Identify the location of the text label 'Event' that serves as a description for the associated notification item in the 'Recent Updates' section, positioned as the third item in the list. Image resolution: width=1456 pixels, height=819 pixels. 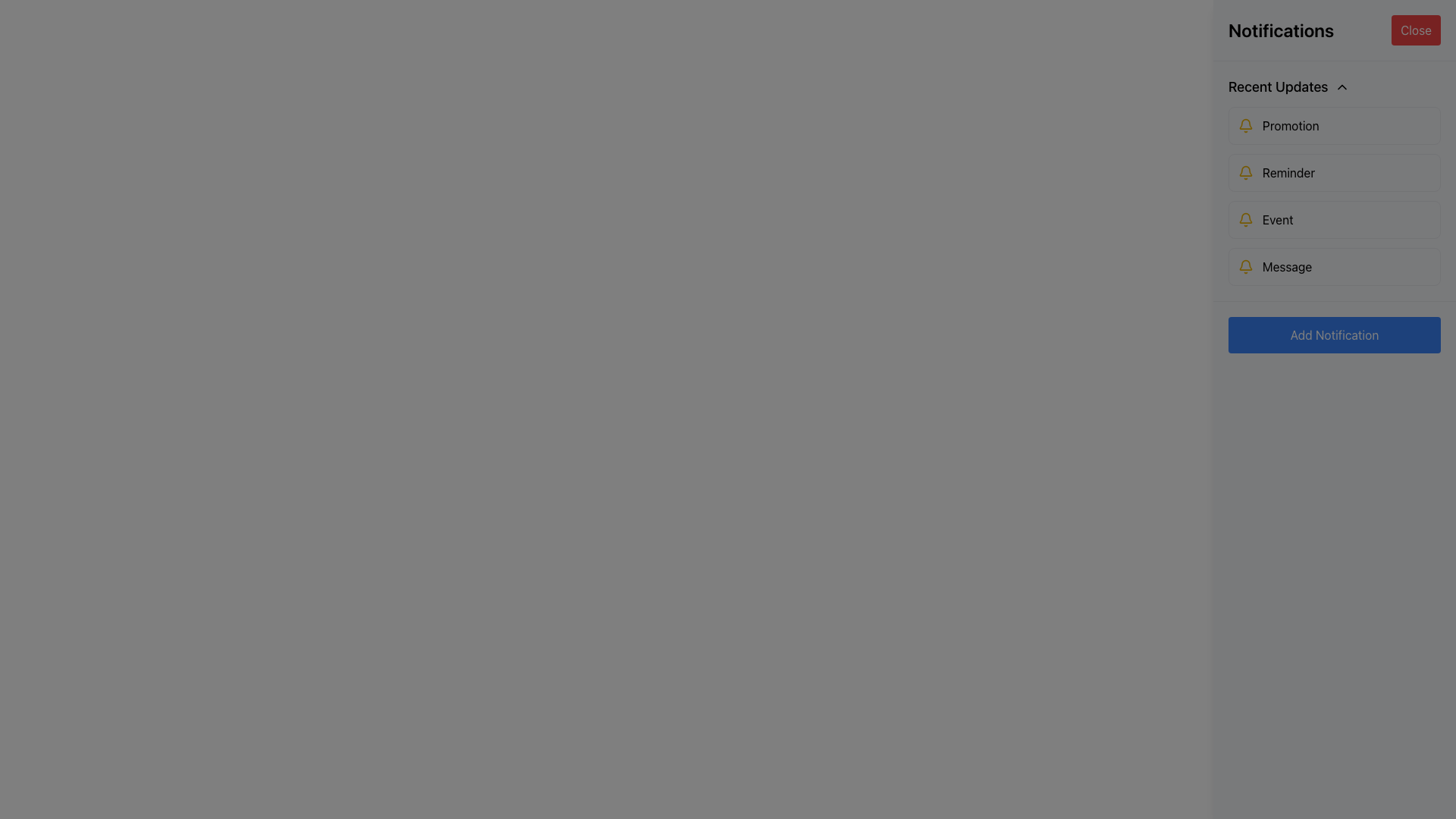
(1277, 219).